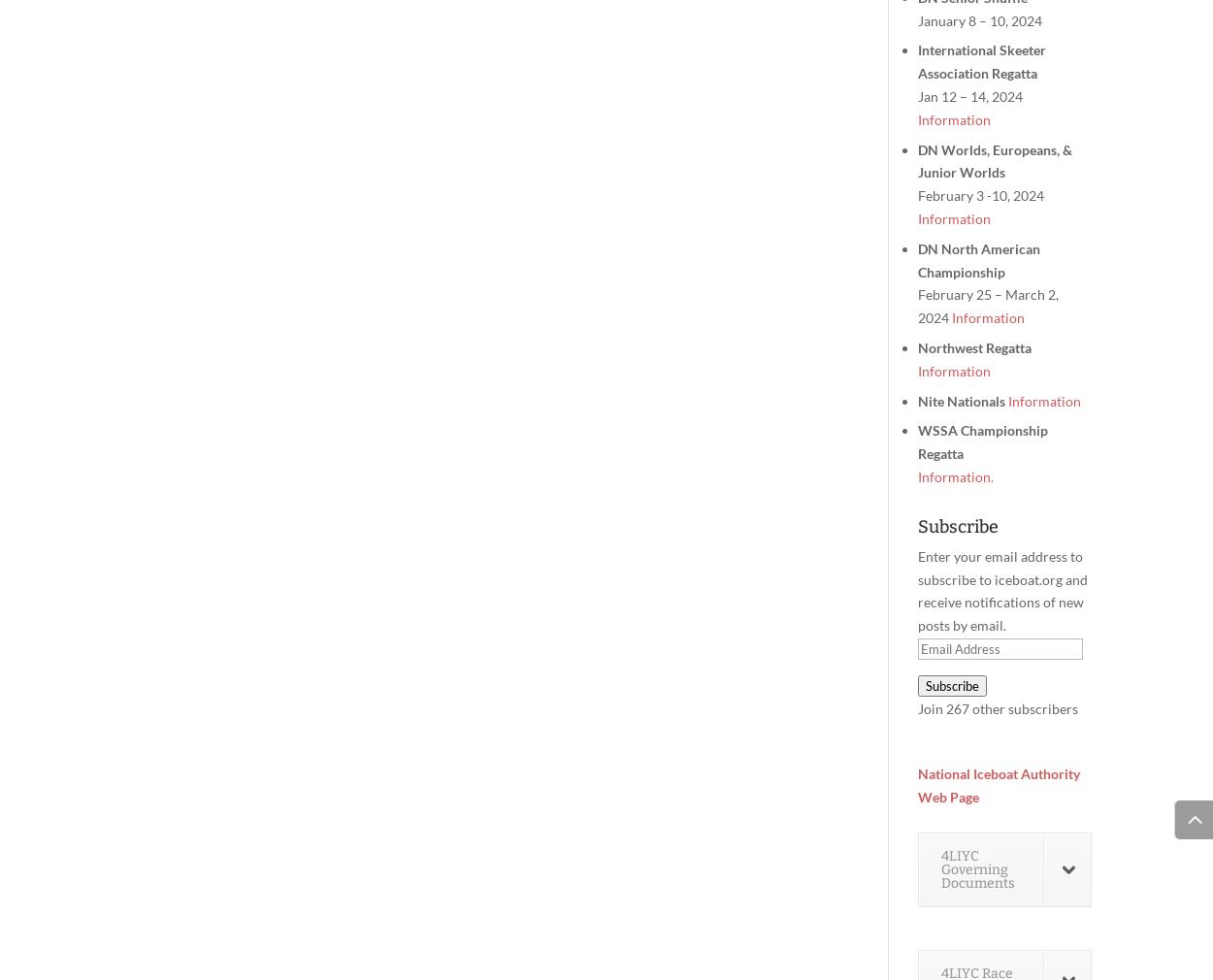 The image size is (1213, 980). What do you see at coordinates (981, 194) in the screenshot?
I see `'February 3 -10, 2024'` at bounding box center [981, 194].